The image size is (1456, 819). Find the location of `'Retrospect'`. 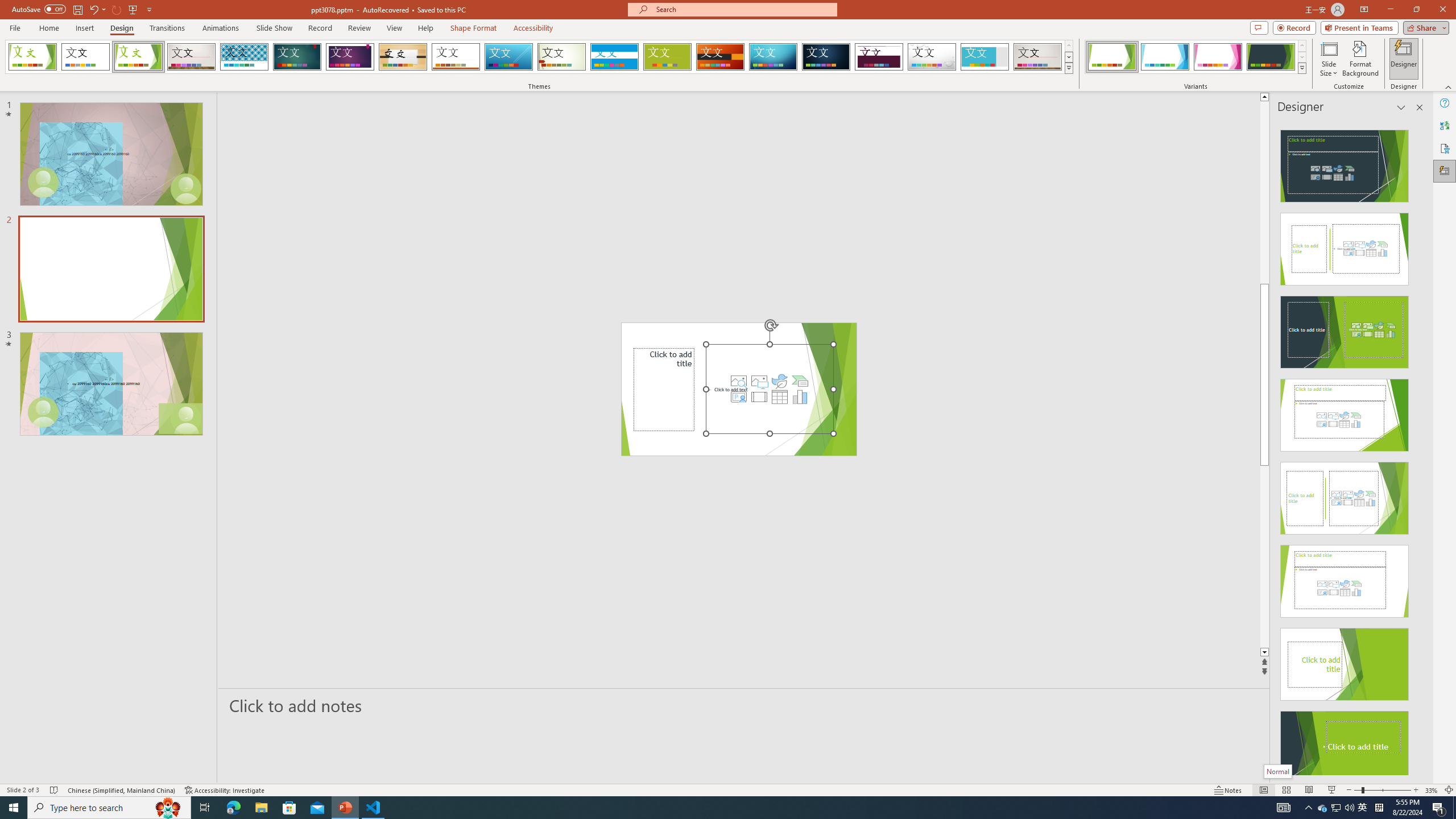

'Retrospect' is located at coordinates (455, 56).